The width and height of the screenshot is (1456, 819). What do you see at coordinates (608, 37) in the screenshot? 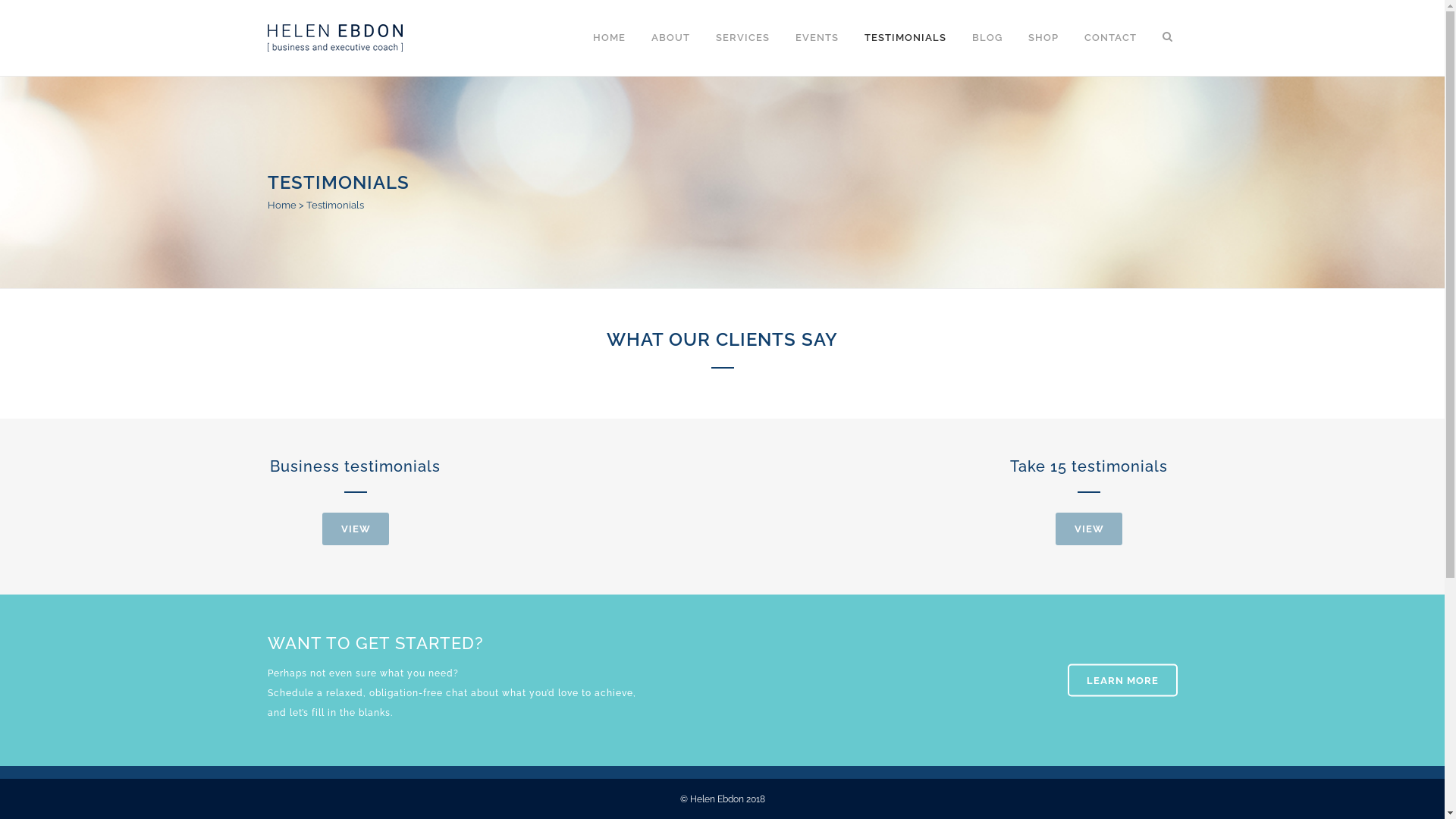
I see `'HOME'` at bounding box center [608, 37].